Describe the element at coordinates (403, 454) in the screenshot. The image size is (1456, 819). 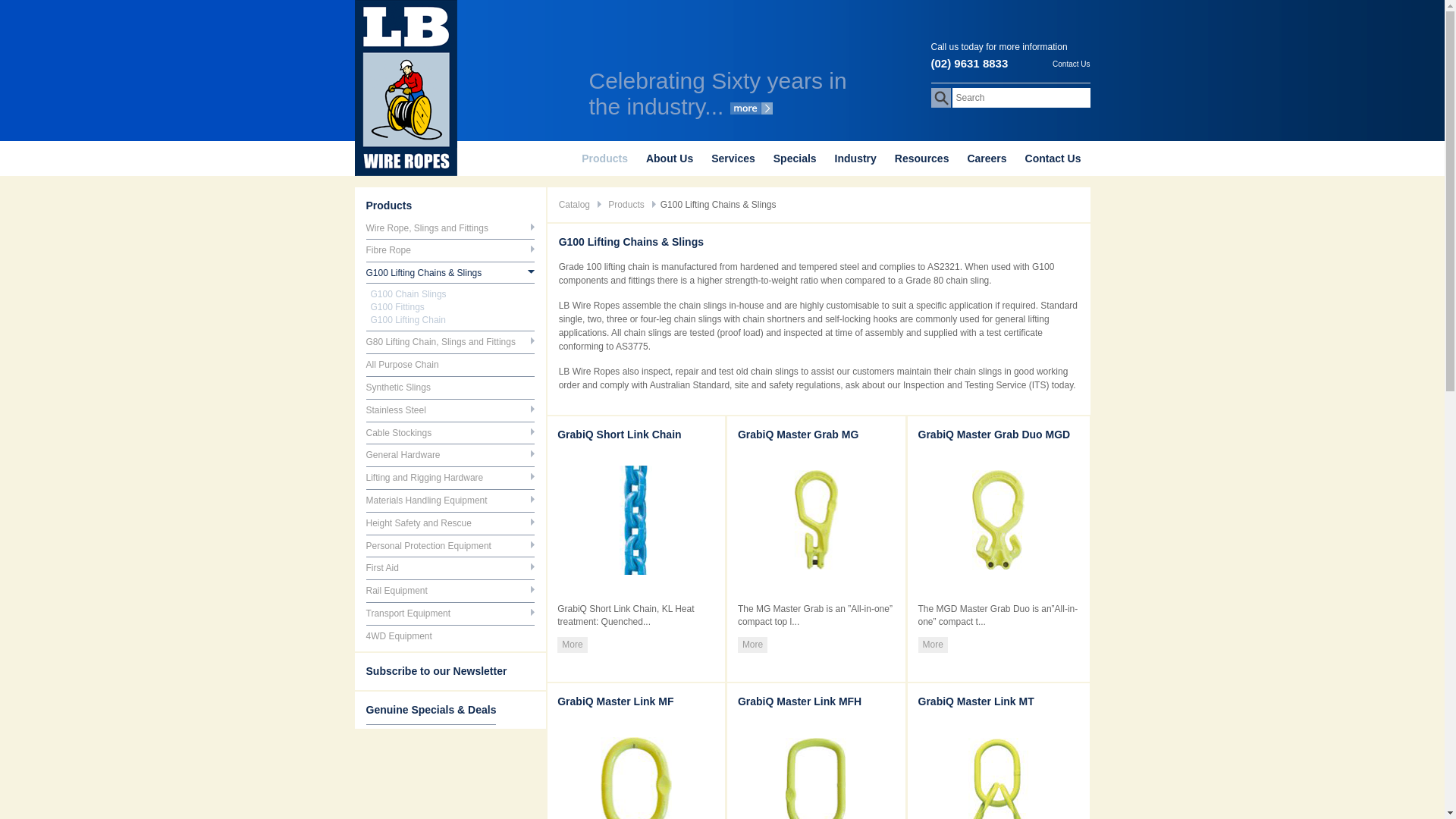
I see `'General Hardware'` at that location.